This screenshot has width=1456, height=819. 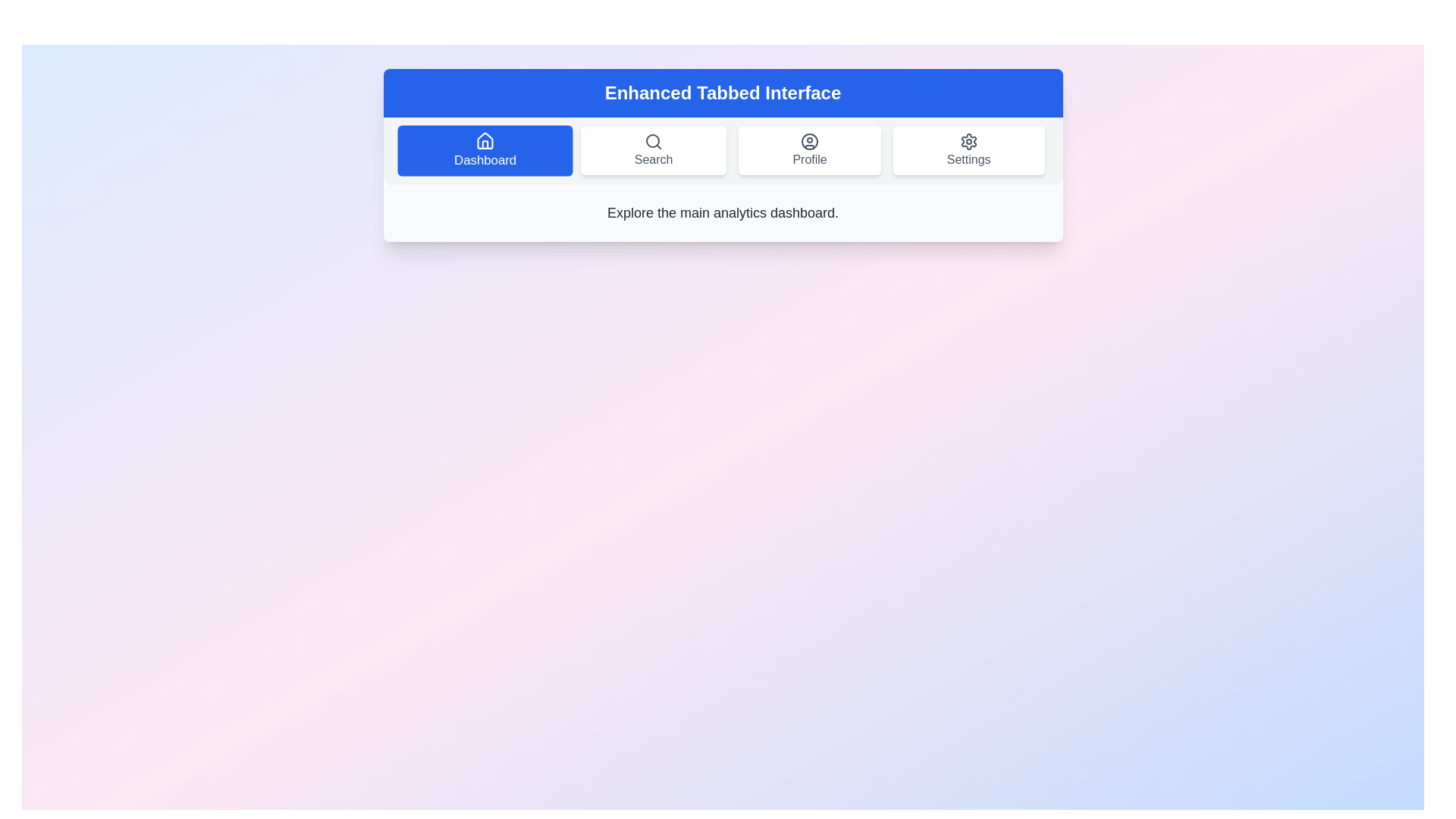 What do you see at coordinates (654, 160) in the screenshot?
I see `the 'Search' label in the navigation menu, which is located below the magnifying glass icon and between the 'Dashboard' and 'Profile' tabs` at bounding box center [654, 160].